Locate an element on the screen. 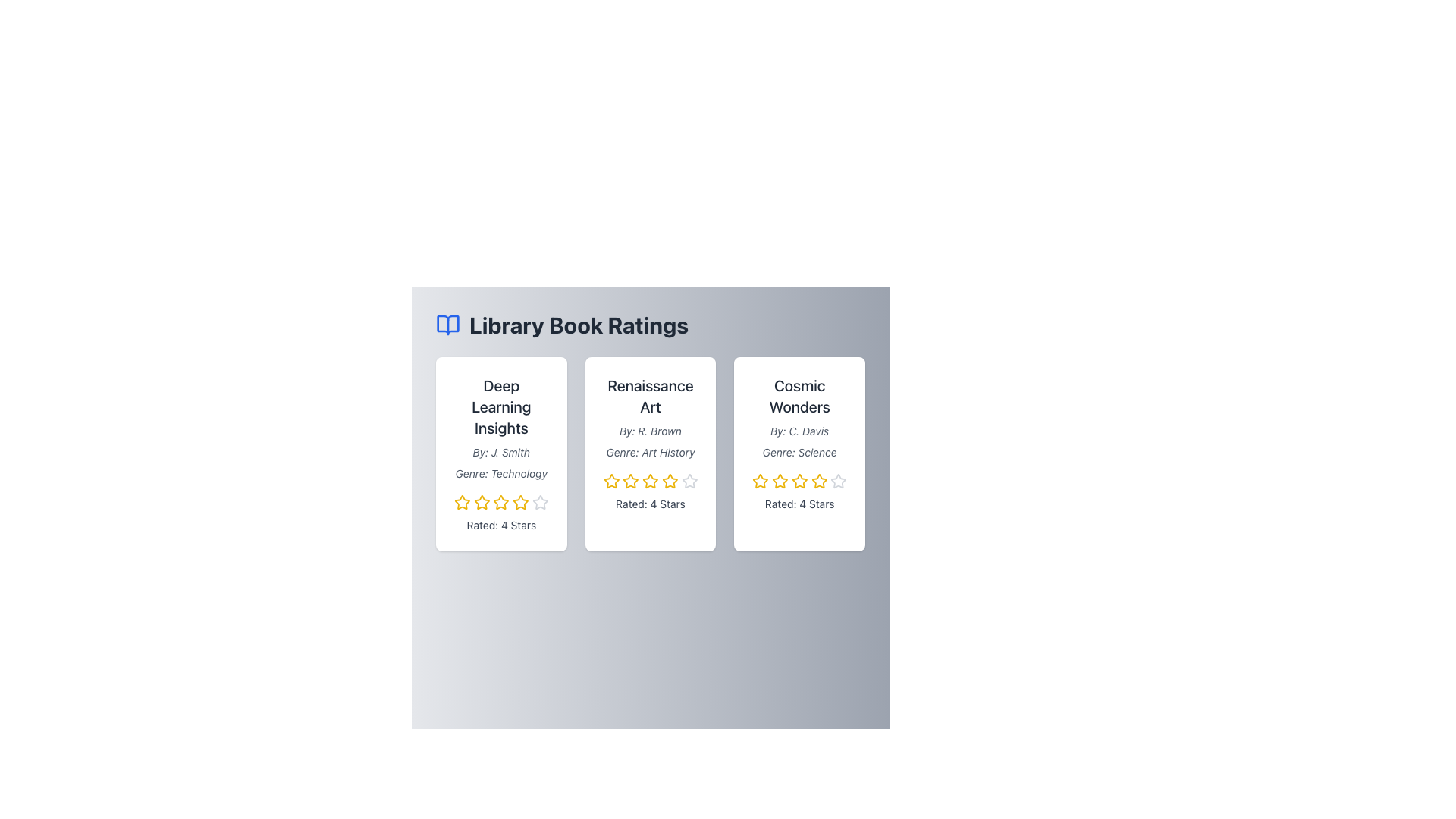  the text label identifying the genre of the book, located below the title 'Renaissance Art' and the author 'By: R. Brown', and above the star rating display is located at coordinates (651, 452).